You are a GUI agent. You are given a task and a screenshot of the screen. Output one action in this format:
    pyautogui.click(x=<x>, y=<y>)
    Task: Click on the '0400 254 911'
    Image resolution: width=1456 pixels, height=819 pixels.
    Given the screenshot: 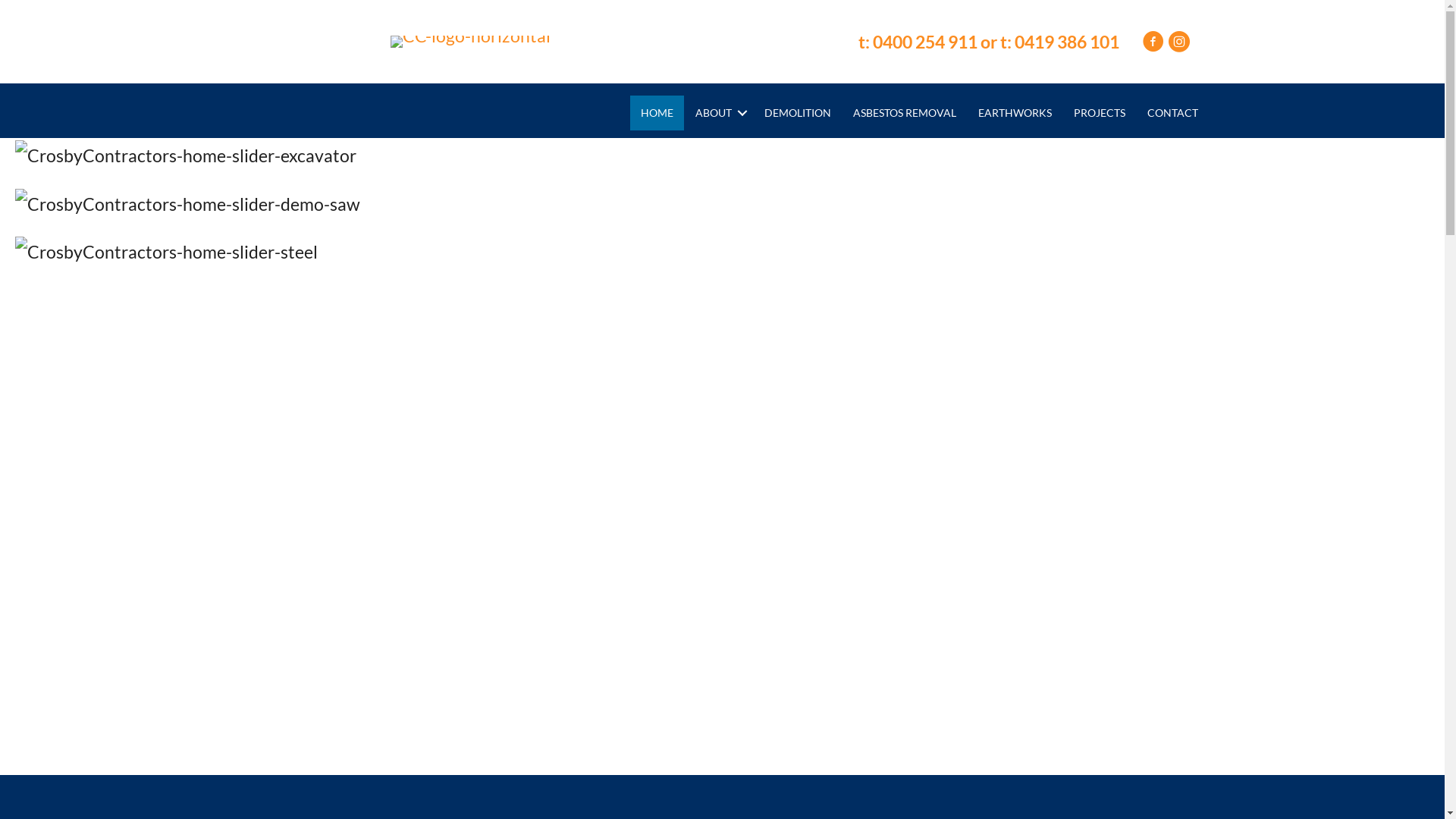 What is the action you would take?
    pyautogui.click(x=924, y=40)
    